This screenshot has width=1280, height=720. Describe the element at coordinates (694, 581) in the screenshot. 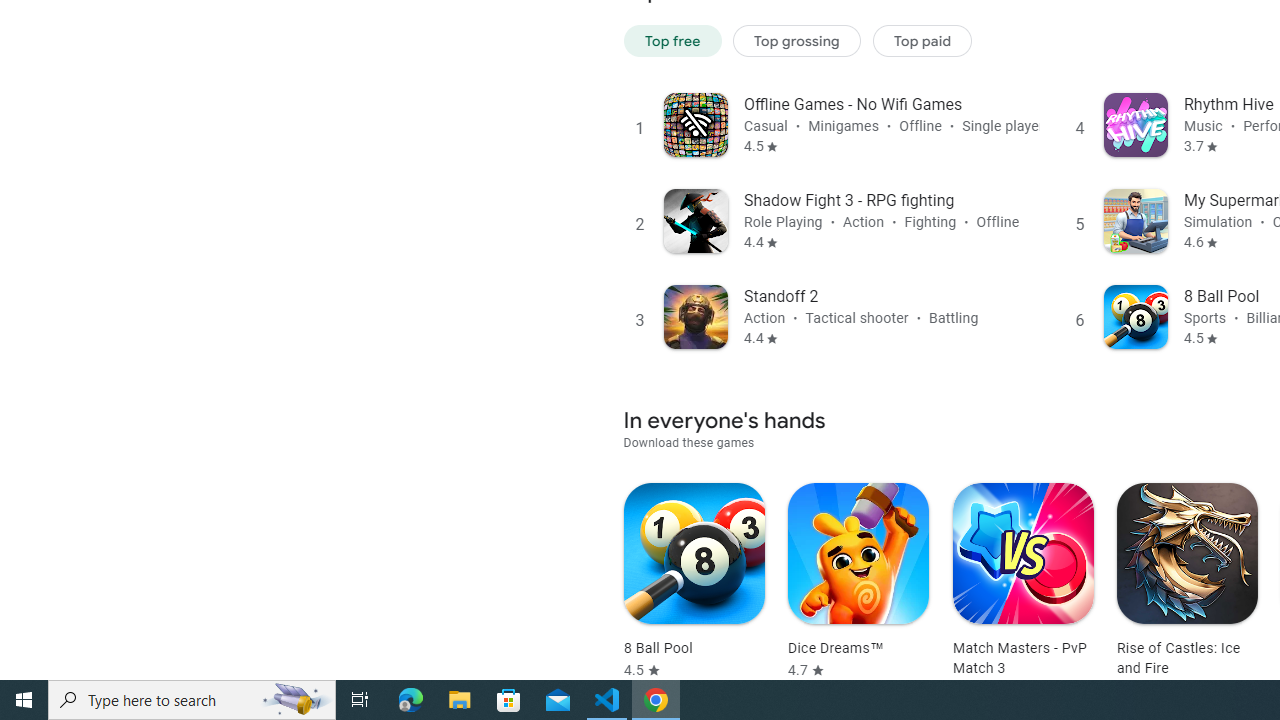

I see `'8 Ball Pool Rated 4.5 stars out of five stars'` at that location.